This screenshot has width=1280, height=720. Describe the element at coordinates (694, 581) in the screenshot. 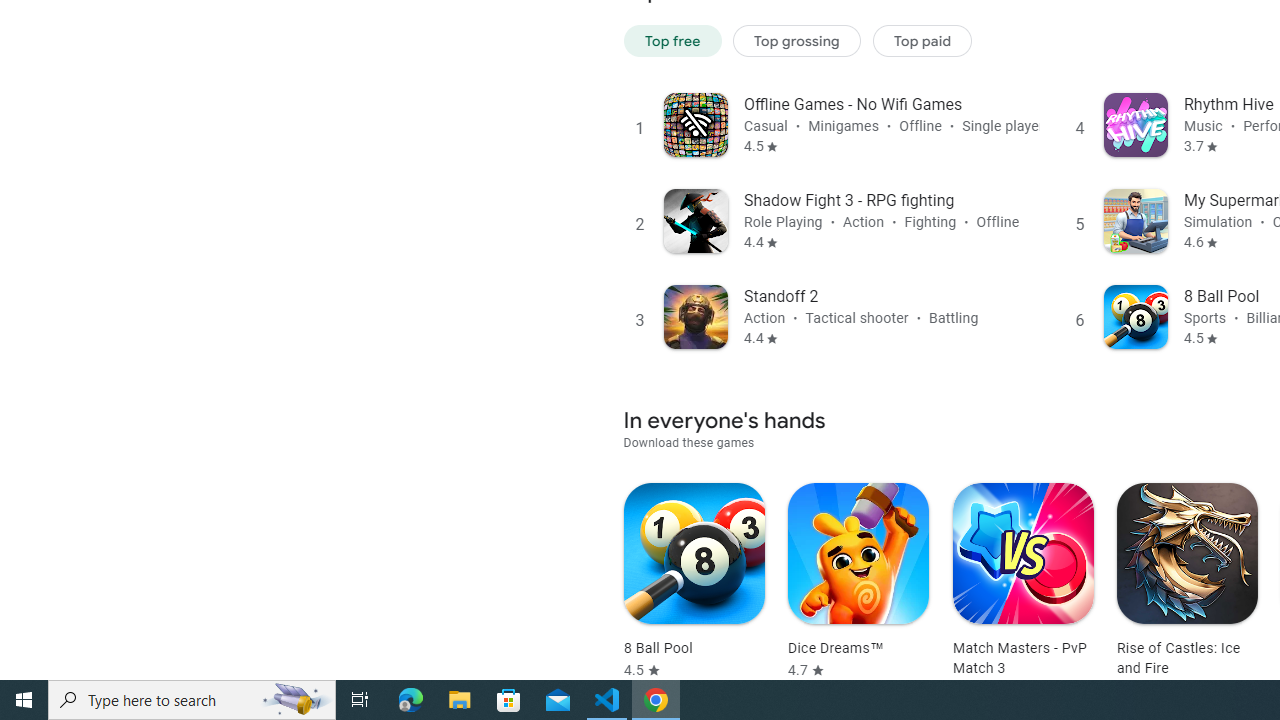

I see `'8 Ball Pool Rated 4.5 stars out of five stars'` at that location.